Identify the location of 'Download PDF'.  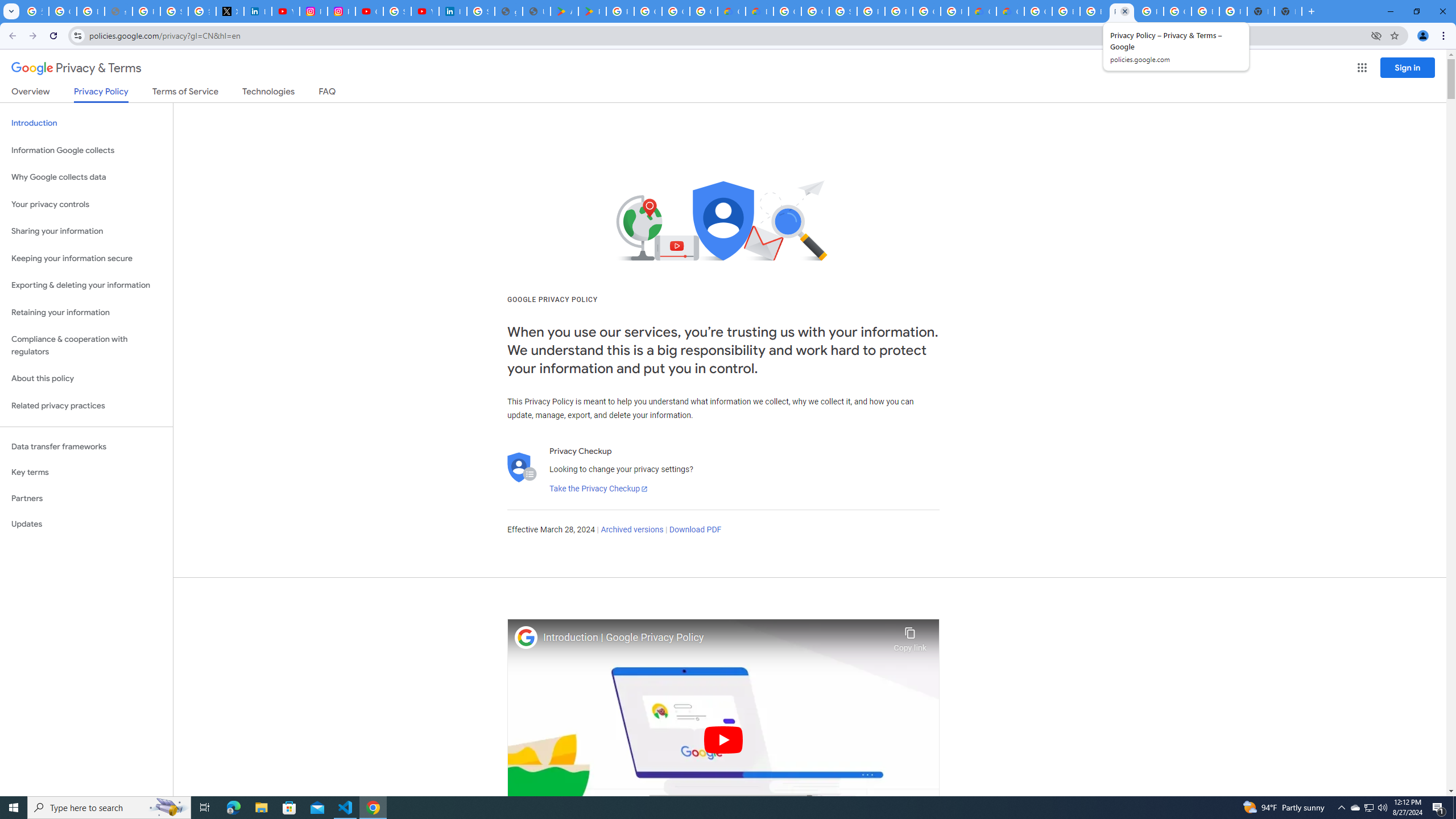
(695, 529).